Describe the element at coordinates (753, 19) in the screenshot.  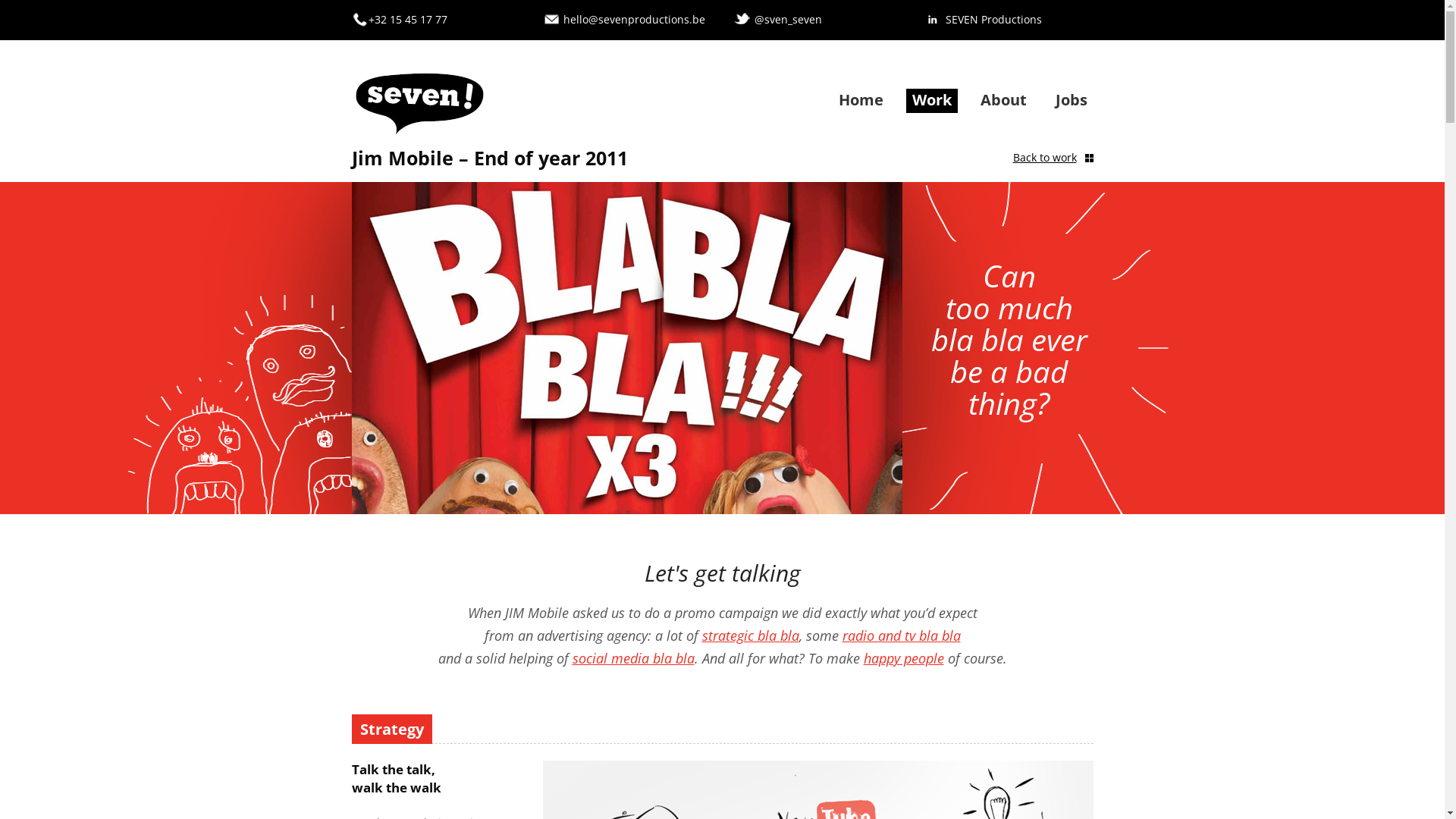
I see `'@sven_seven'` at that location.